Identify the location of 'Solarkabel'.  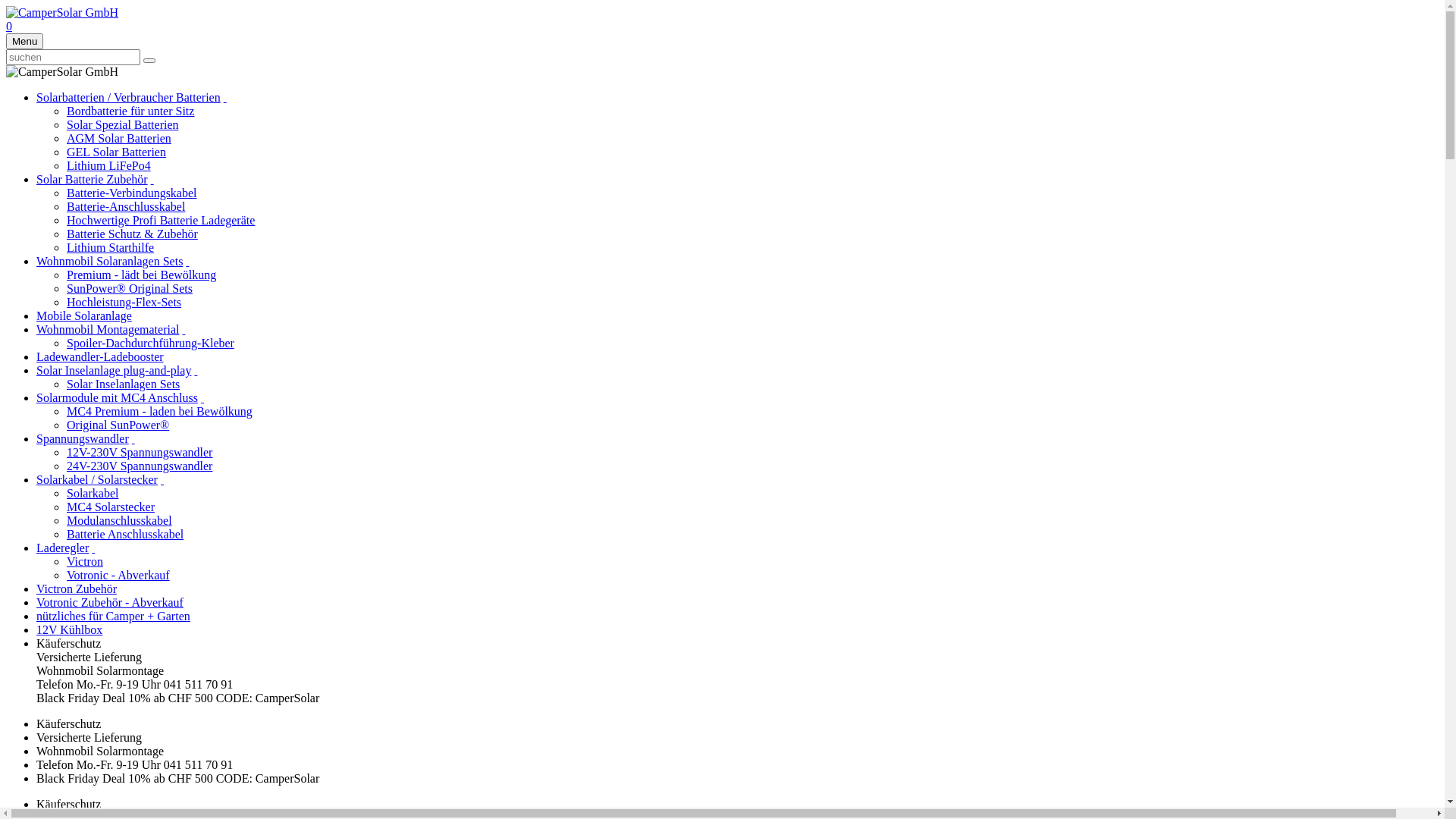
(91, 493).